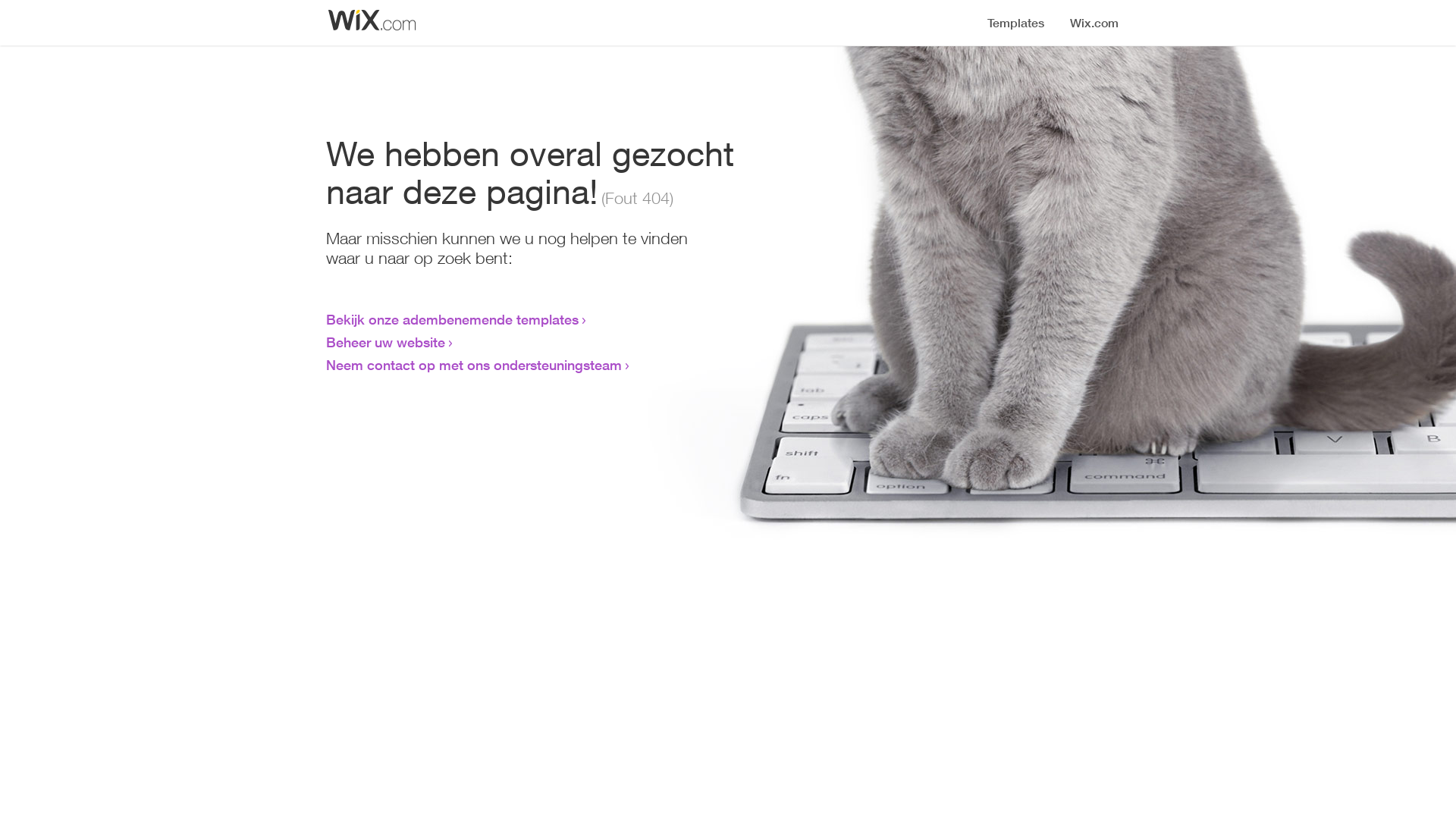 The image size is (1456, 819). Describe the element at coordinates (451, 318) in the screenshot. I see `'Bekijk onze adembenemende templates'` at that location.